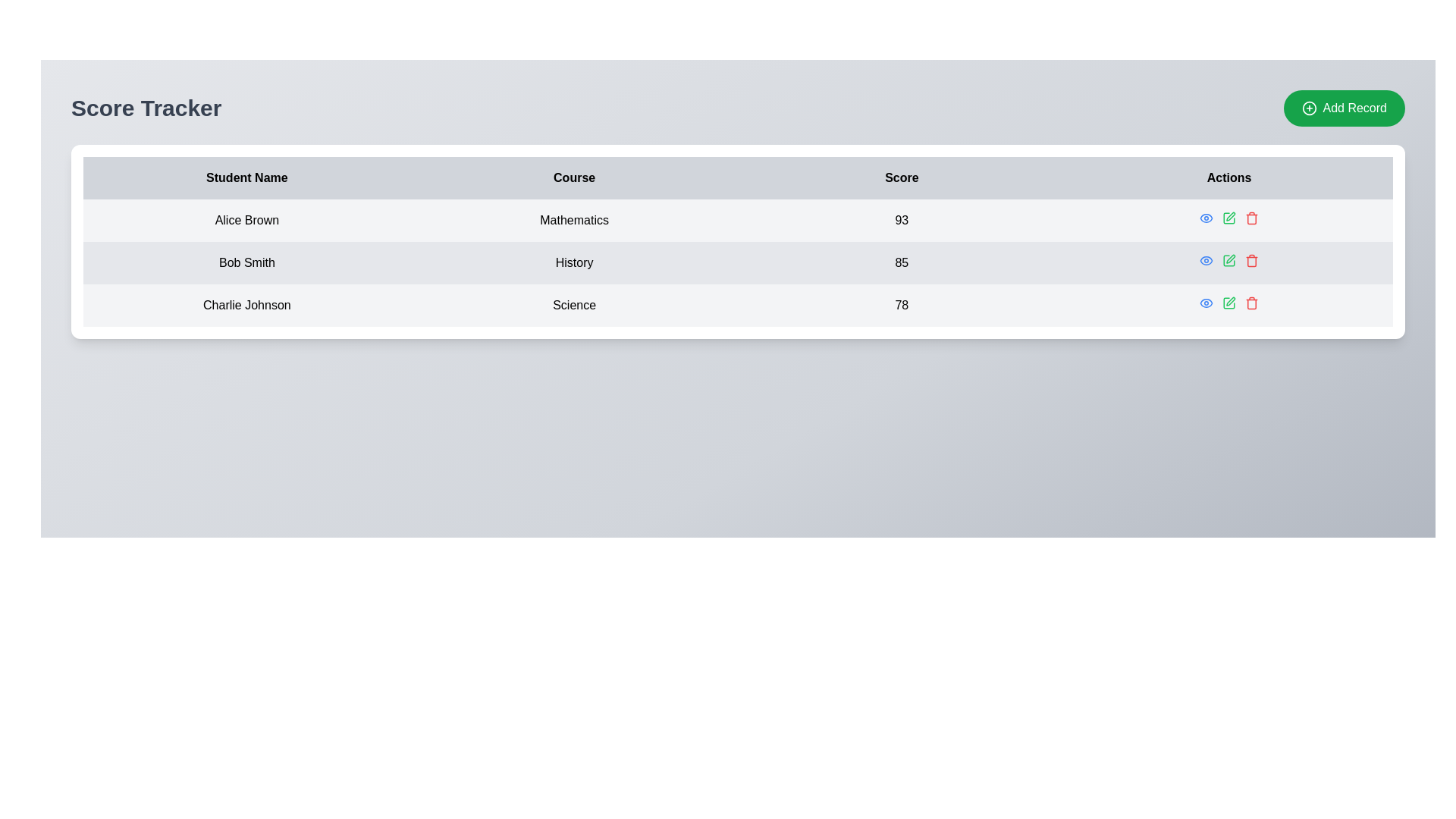 This screenshot has width=1456, height=819. What do you see at coordinates (1252, 304) in the screenshot?
I see `the main body of the trash can icon associated with the delete action for 'Charlie Johnson'` at bounding box center [1252, 304].